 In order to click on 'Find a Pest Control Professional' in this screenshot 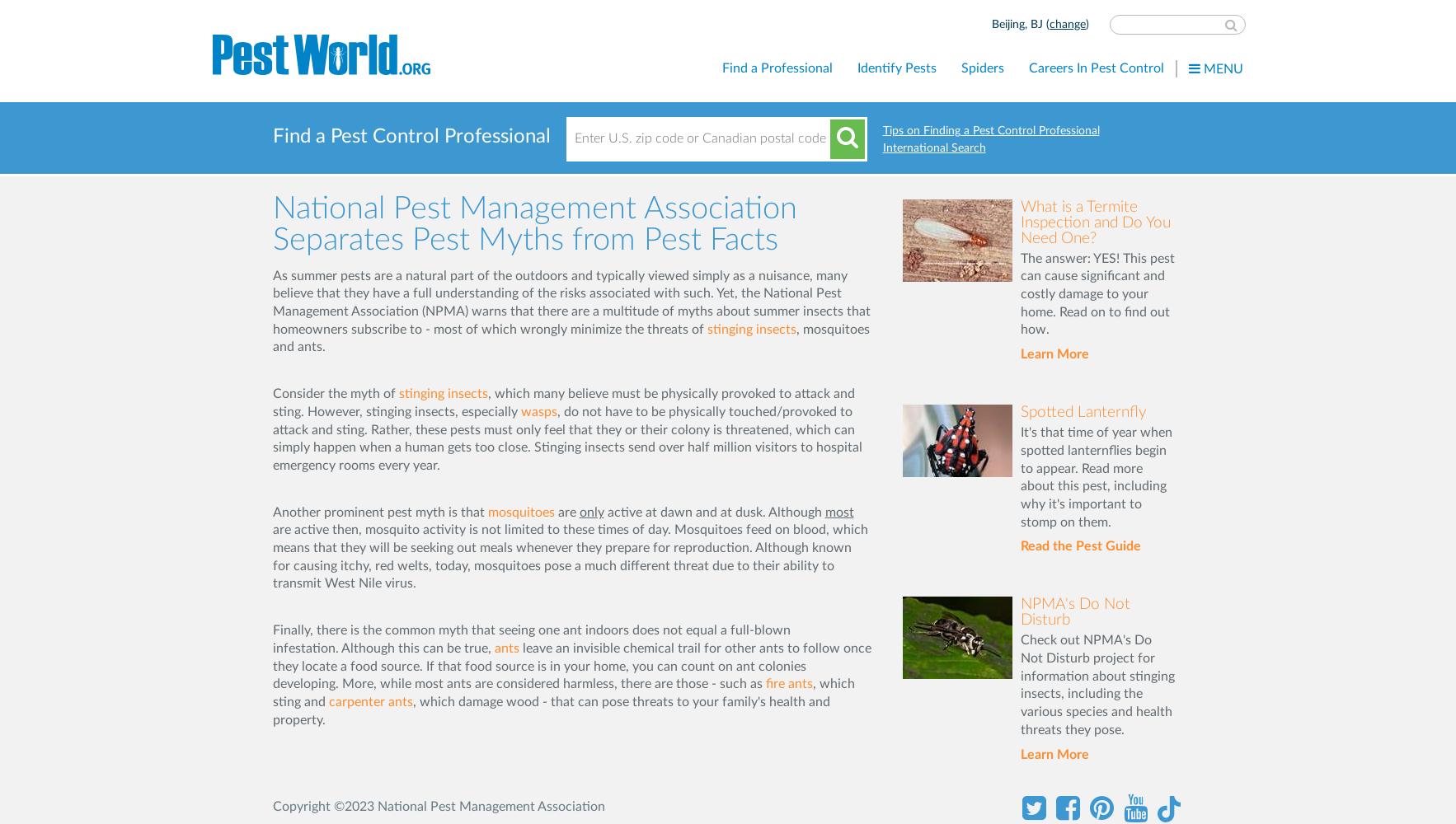, I will do `click(411, 136)`.